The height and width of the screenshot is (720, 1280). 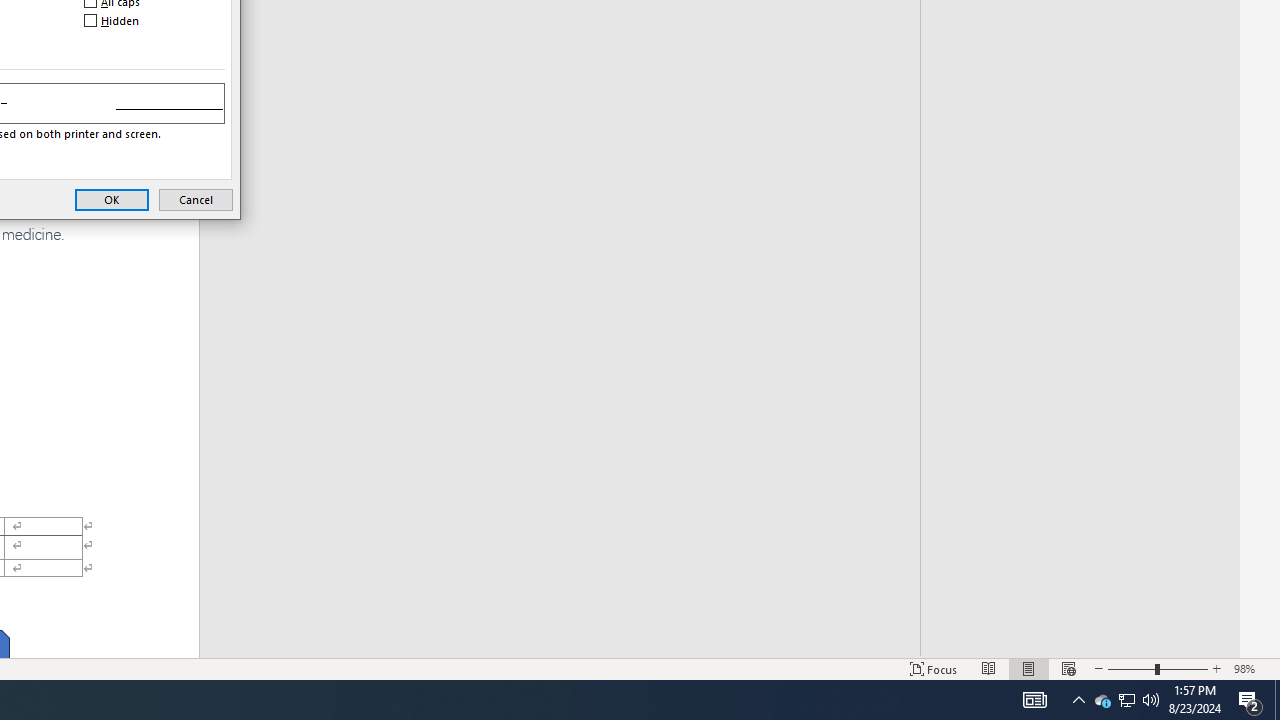 I want to click on 'Print Layout', so click(x=1029, y=669).